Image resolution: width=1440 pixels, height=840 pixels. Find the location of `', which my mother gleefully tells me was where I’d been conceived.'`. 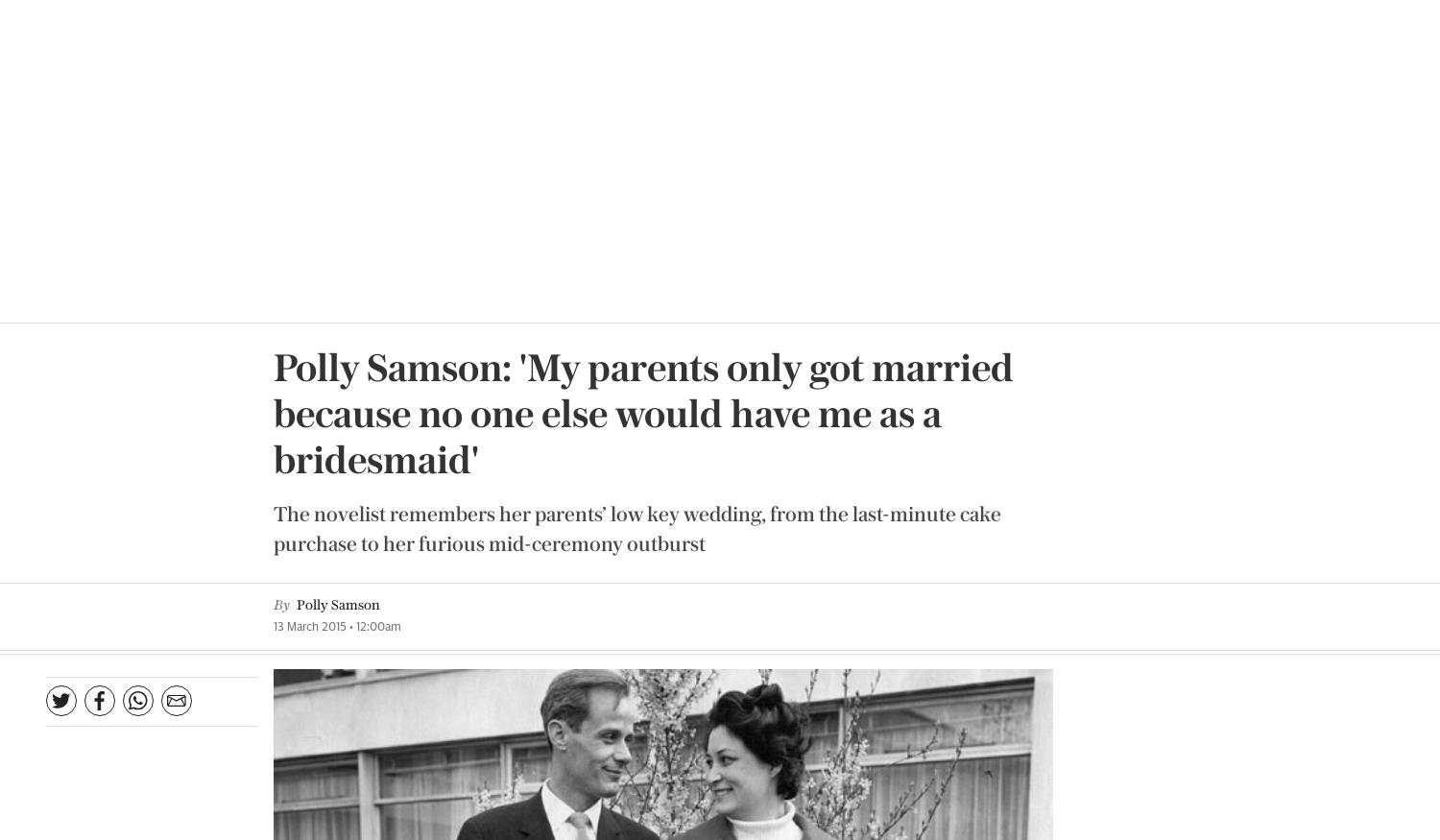

', which my mother gleefully tells me was where I’d been conceived.' is located at coordinates (272, 343).